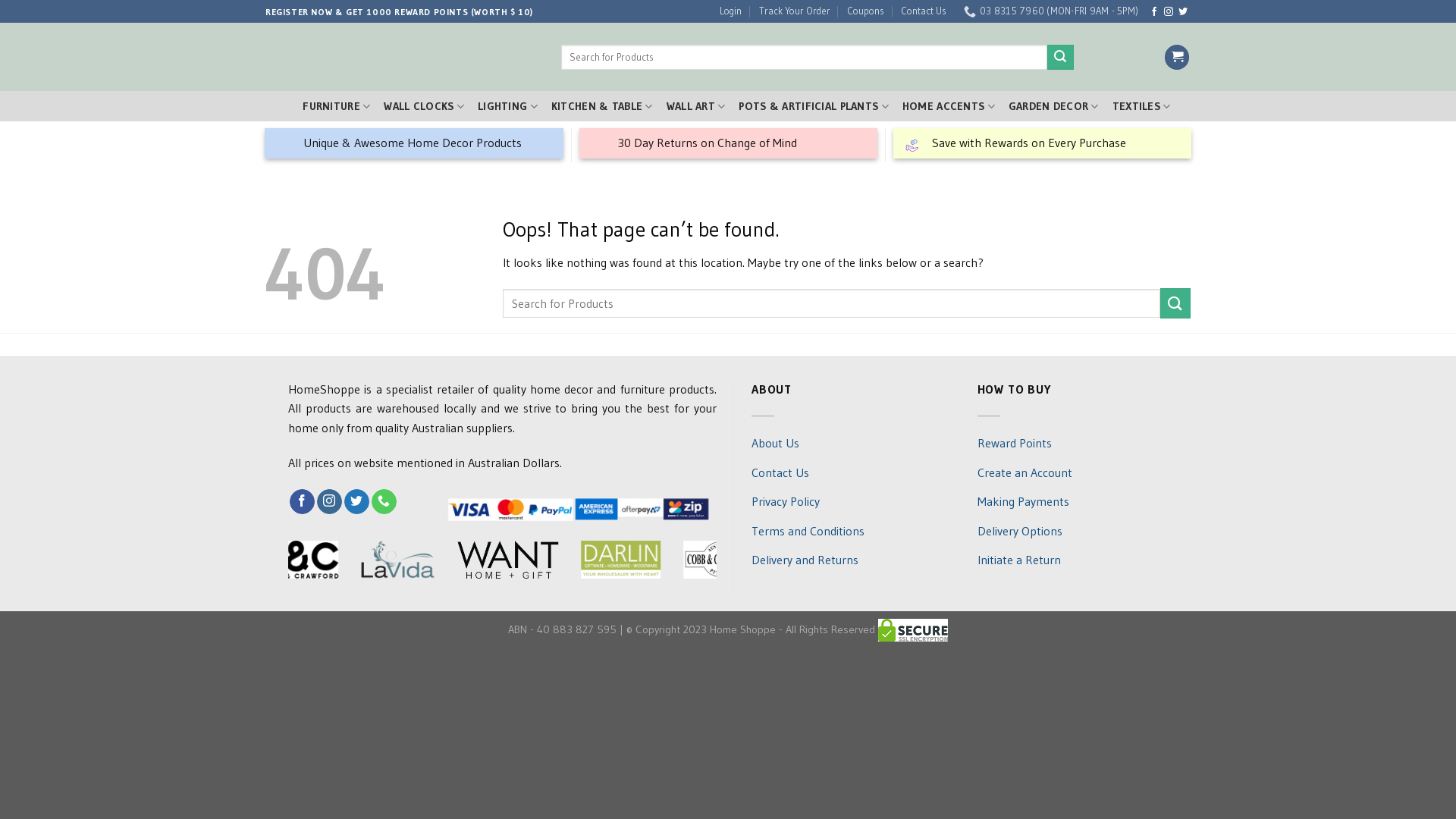 The width and height of the screenshot is (1456, 819). What do you see at coordinates (1041, 143) in the screenshot?
I see `'Save with Rewards on Every Purchase'` at bounding box center [1041, 143].